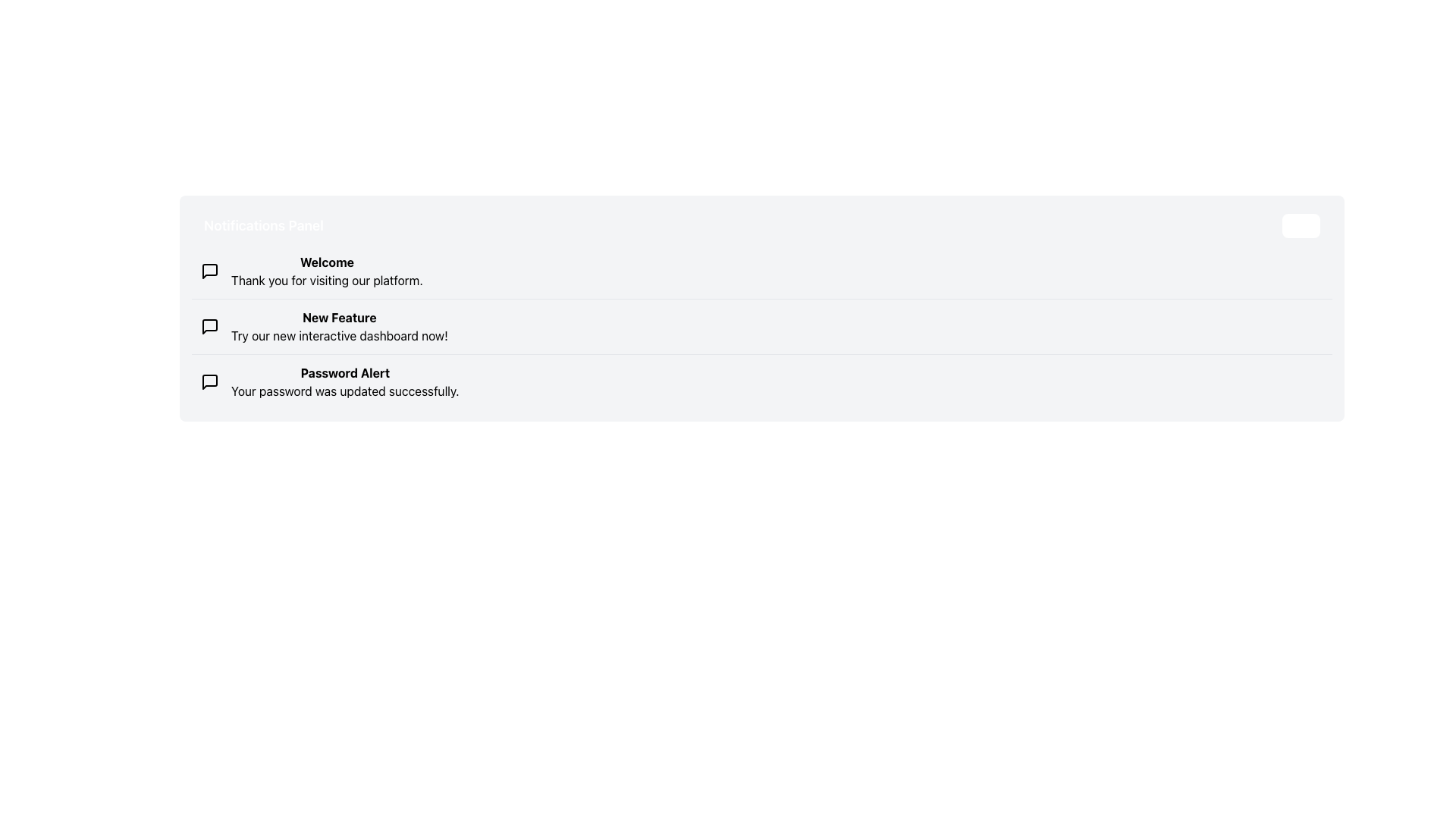 The width and height of the screenshot is (1456, 819). I want to click on the messaging icon representing the 'New Feature' notification, which is located to the left of the title 'New Feature', so click(209, 326).